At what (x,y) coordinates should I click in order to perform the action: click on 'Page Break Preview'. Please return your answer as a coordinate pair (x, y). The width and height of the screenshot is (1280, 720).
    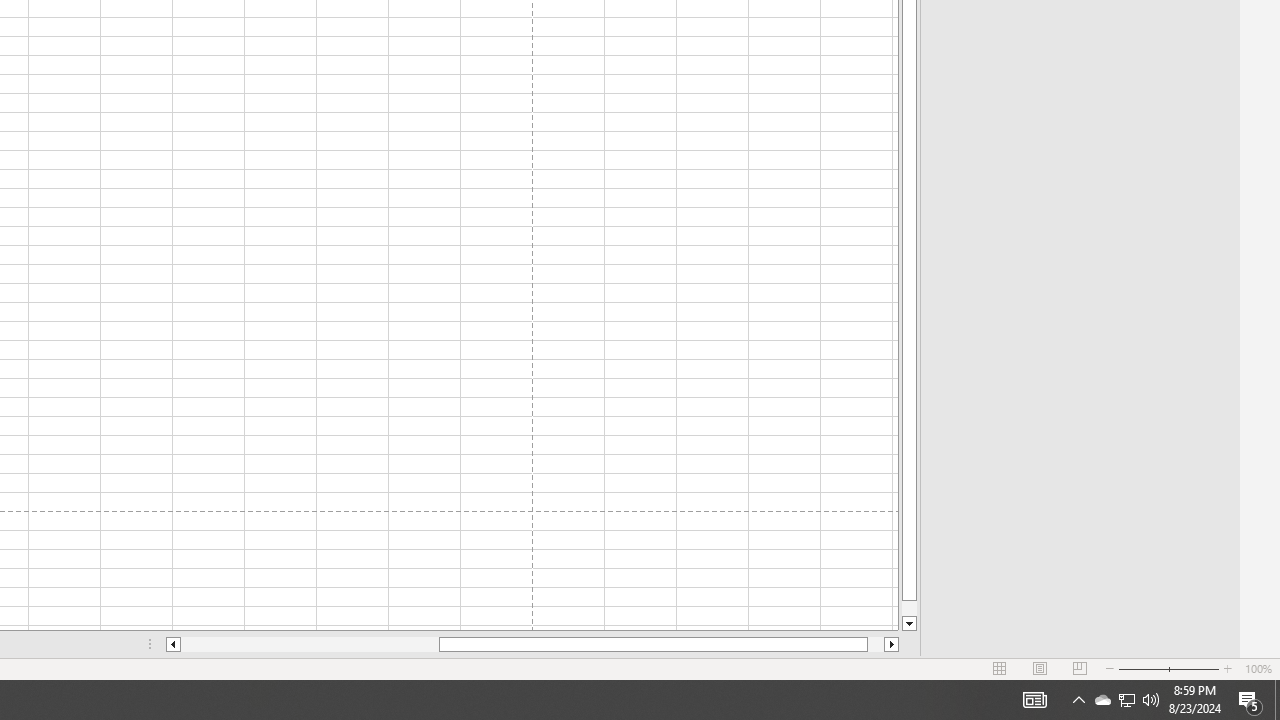
    Looking at the image, I should click on (1078, 669).